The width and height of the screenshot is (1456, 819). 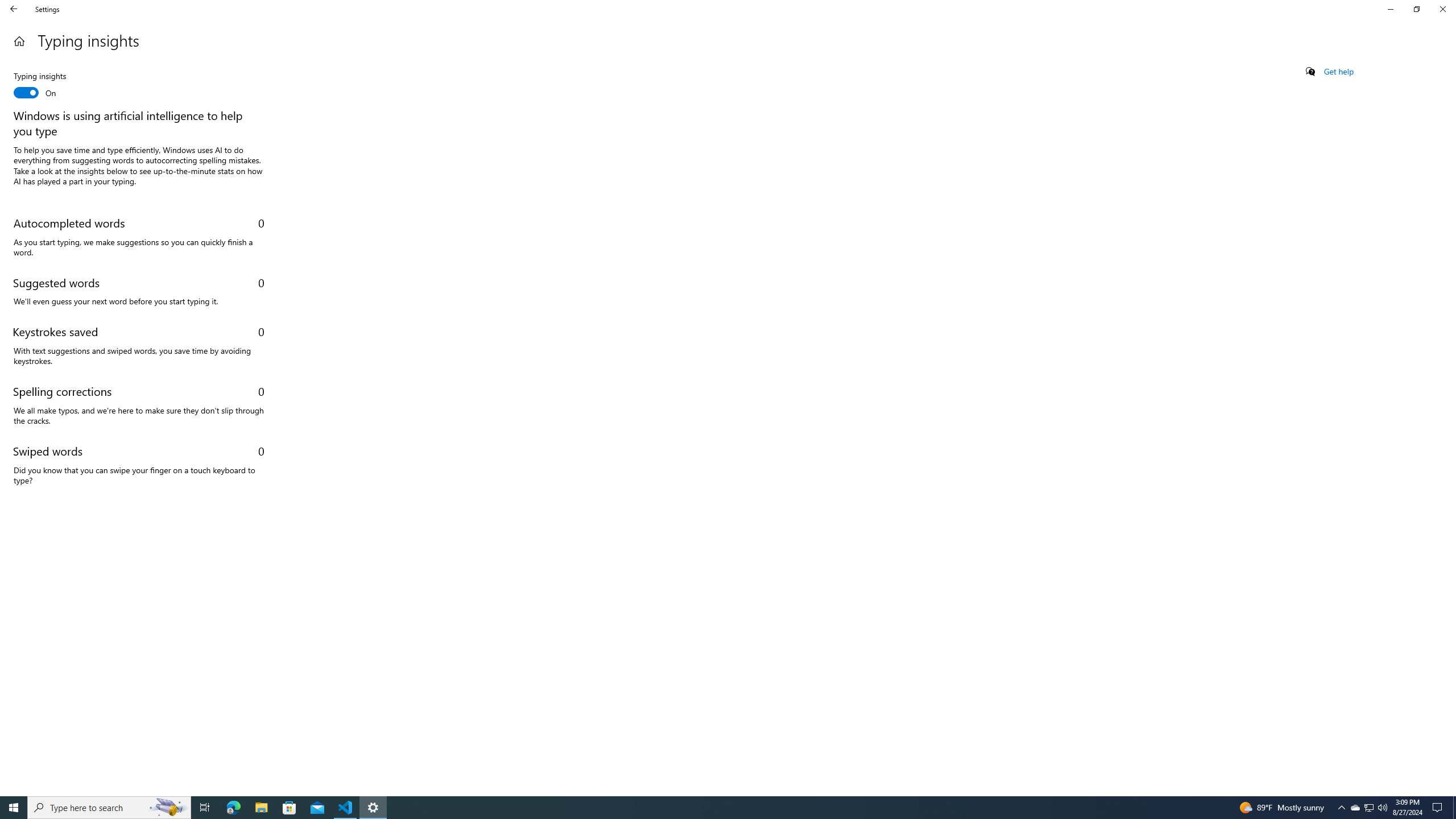 I want to click on 'Running applications', so click(x=717, y=806).